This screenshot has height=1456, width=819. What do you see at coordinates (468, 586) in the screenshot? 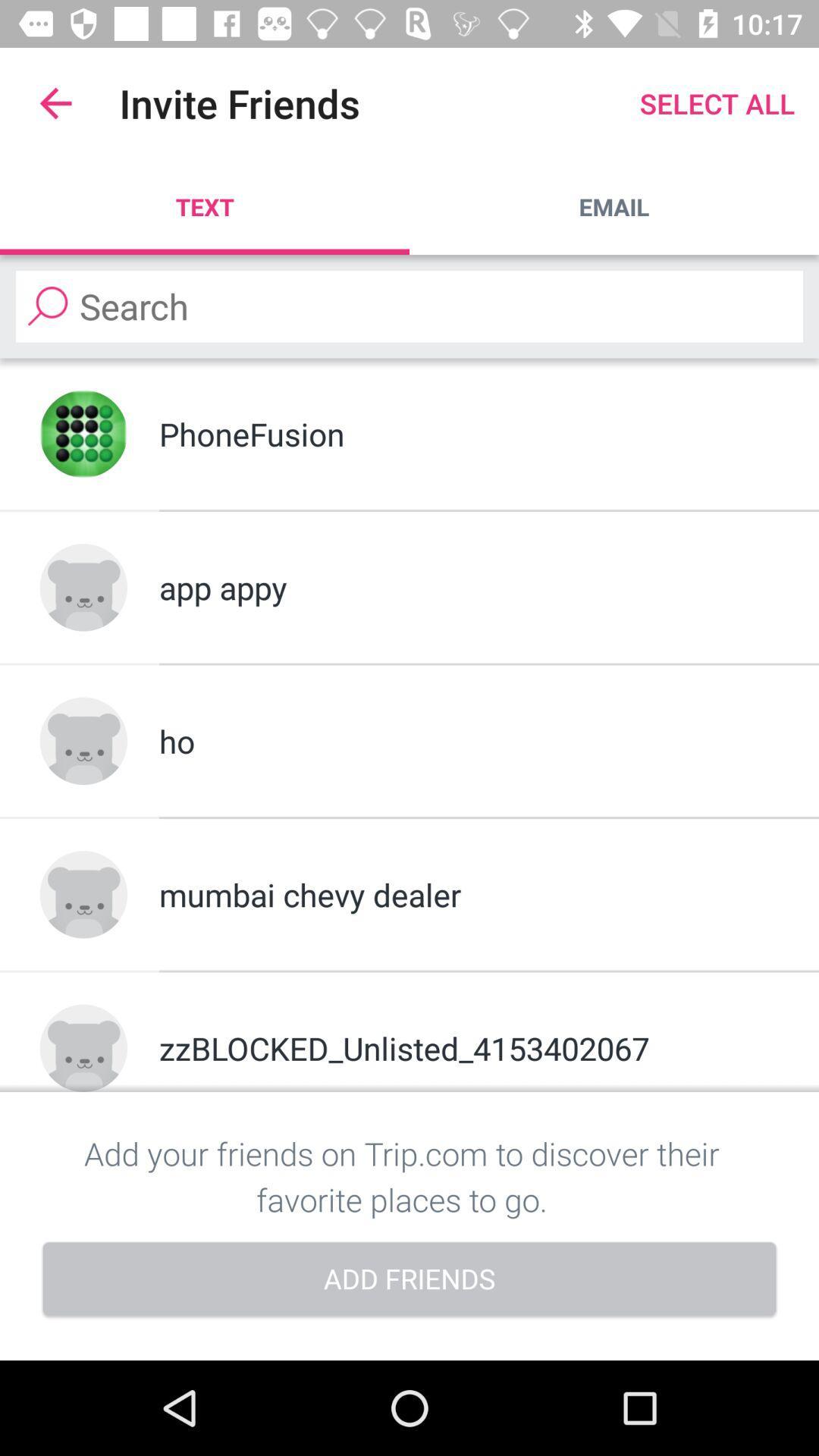
I see `the item above ho item` at bounding box center [468, 586].